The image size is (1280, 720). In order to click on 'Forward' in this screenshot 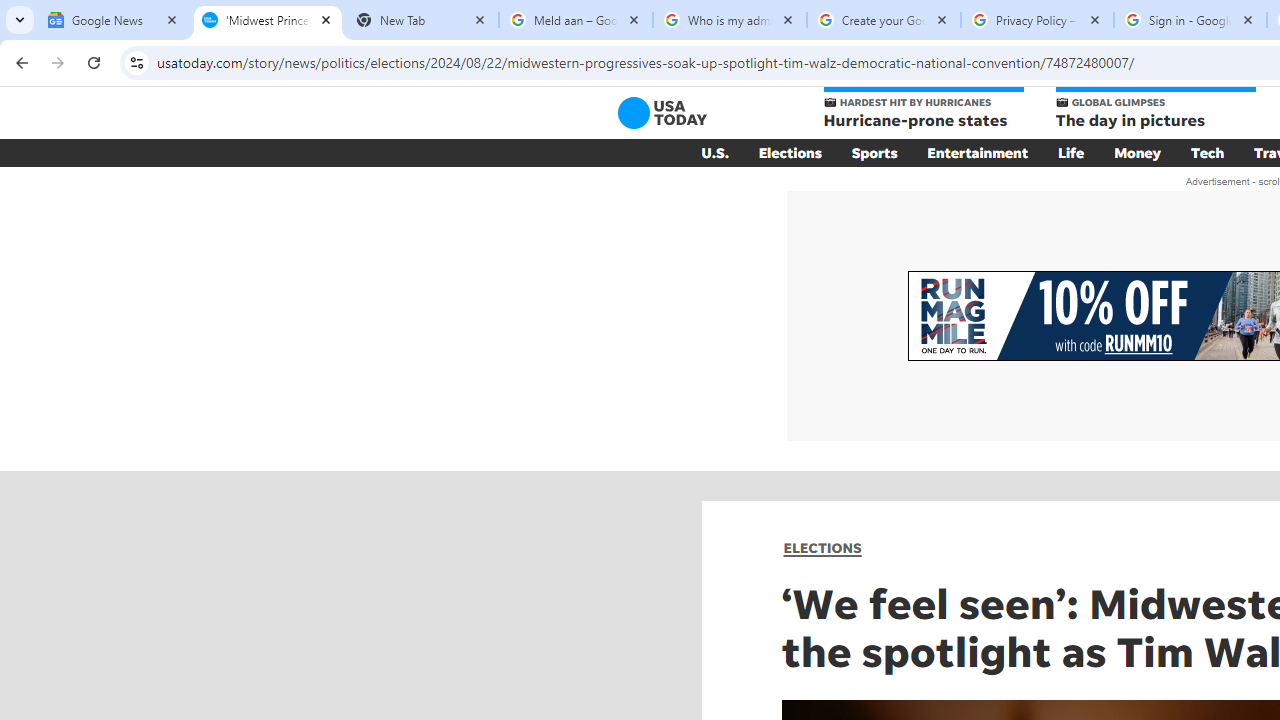, I will do `click(58, 61)`.